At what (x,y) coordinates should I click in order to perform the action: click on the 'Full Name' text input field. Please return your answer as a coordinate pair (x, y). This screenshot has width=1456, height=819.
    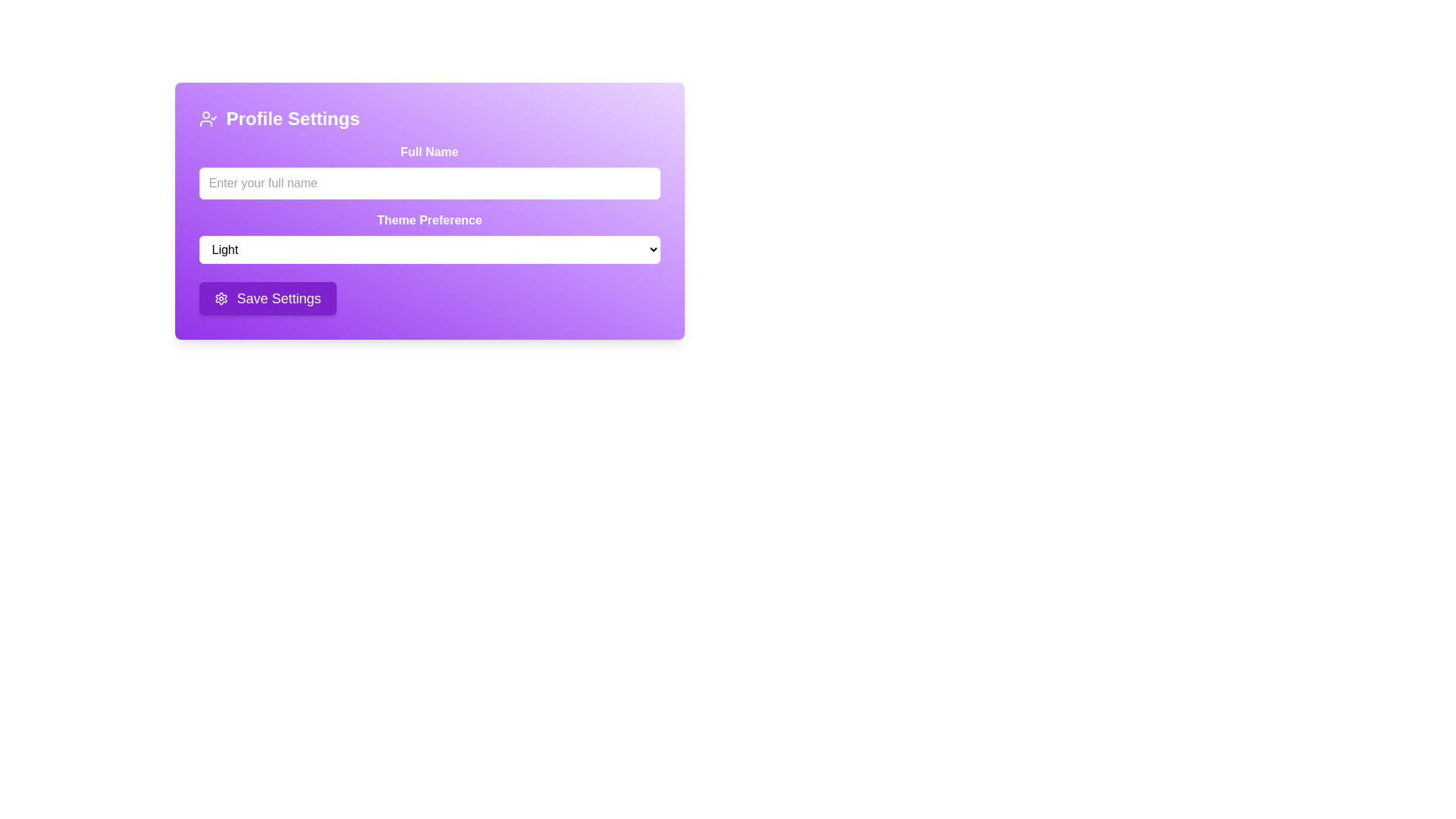
    Looking at the image, I should click on (428, 171).